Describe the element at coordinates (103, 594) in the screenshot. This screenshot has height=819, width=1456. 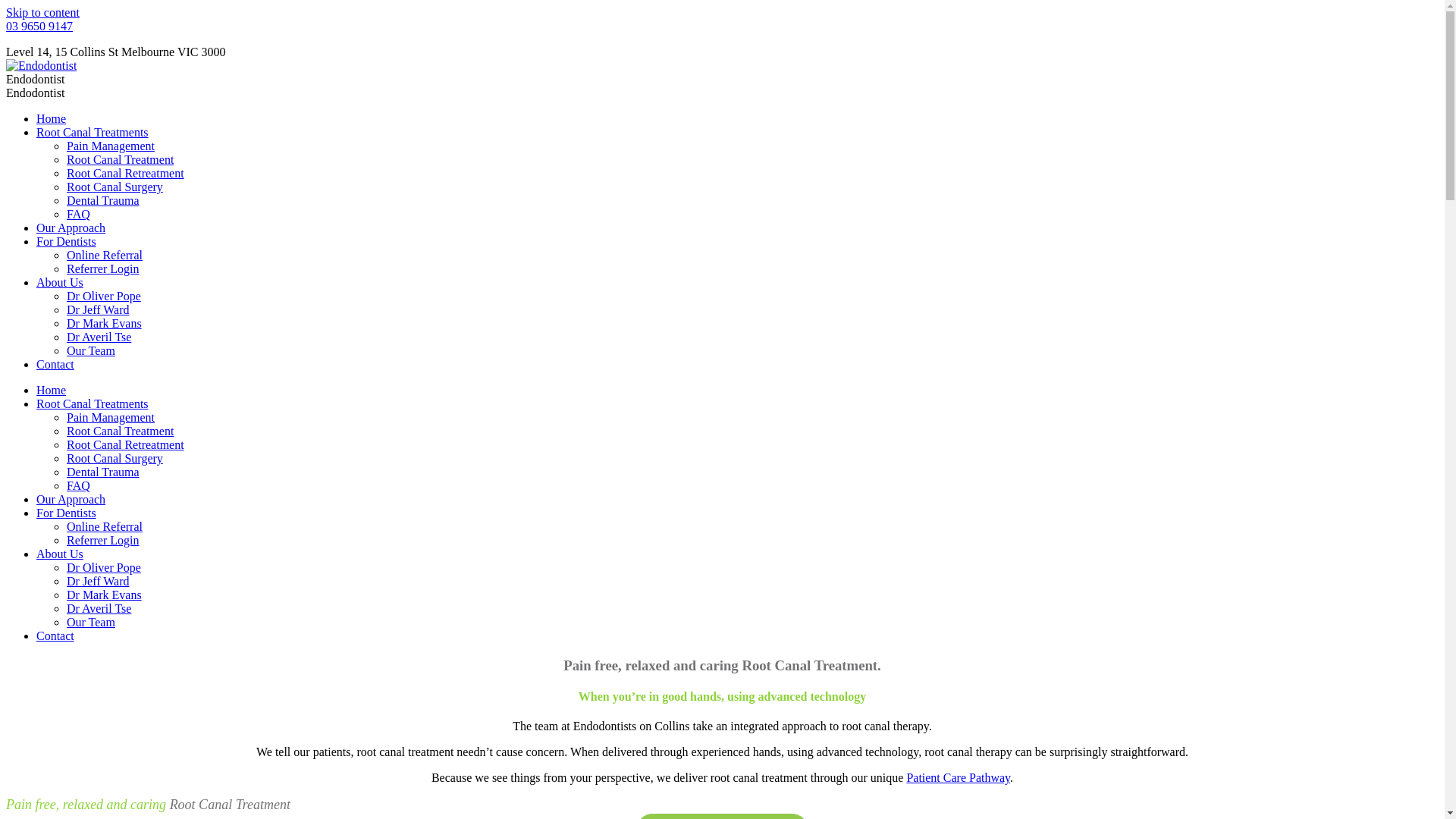
I see `'Dr Mark Evans'` at that location.